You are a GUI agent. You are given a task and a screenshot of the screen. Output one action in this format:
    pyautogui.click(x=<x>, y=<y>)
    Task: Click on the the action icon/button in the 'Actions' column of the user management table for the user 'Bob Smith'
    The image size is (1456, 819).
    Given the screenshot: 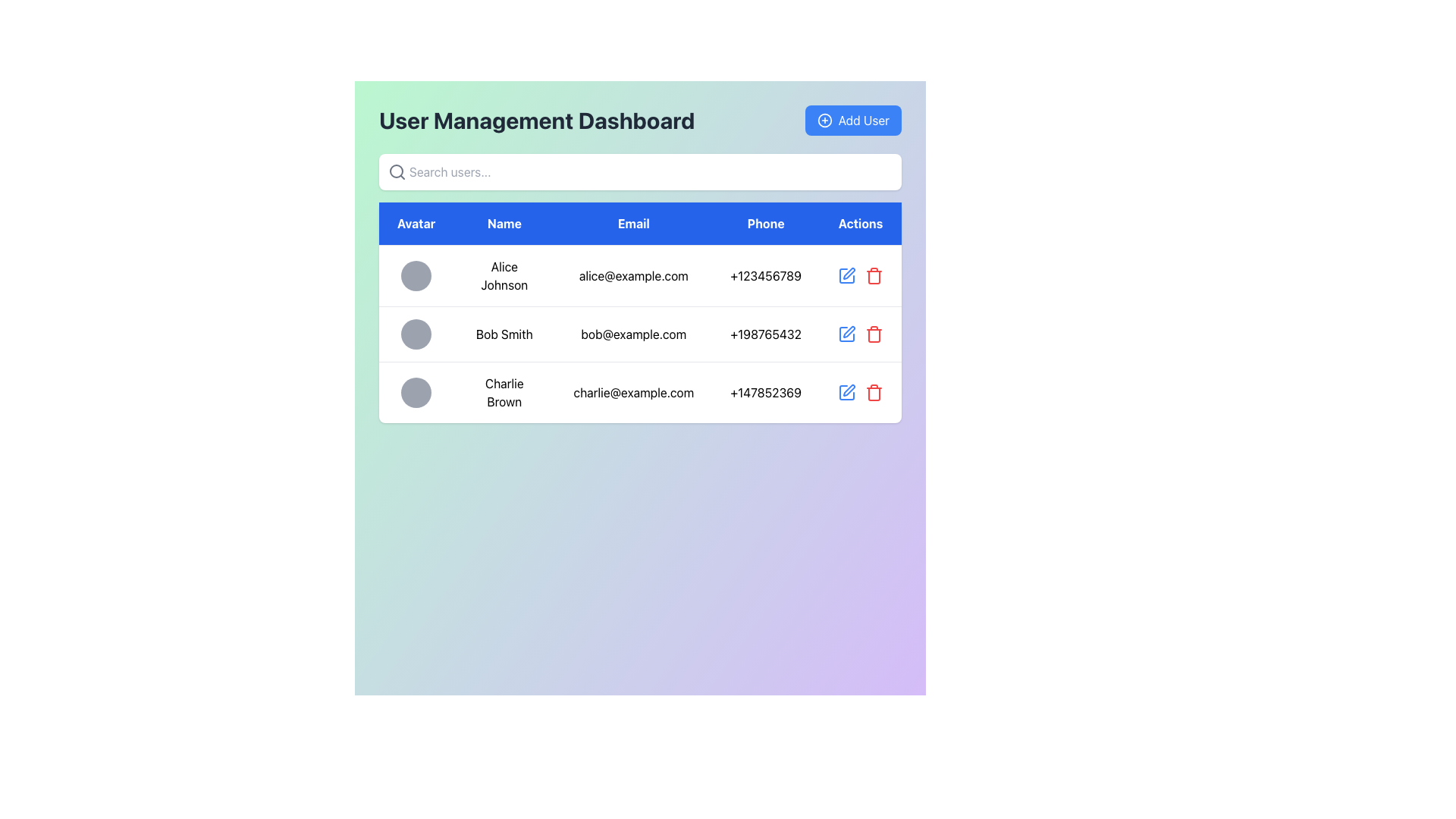 What is the action you would take?
    pyautogui.click(x=860, y=333)
    